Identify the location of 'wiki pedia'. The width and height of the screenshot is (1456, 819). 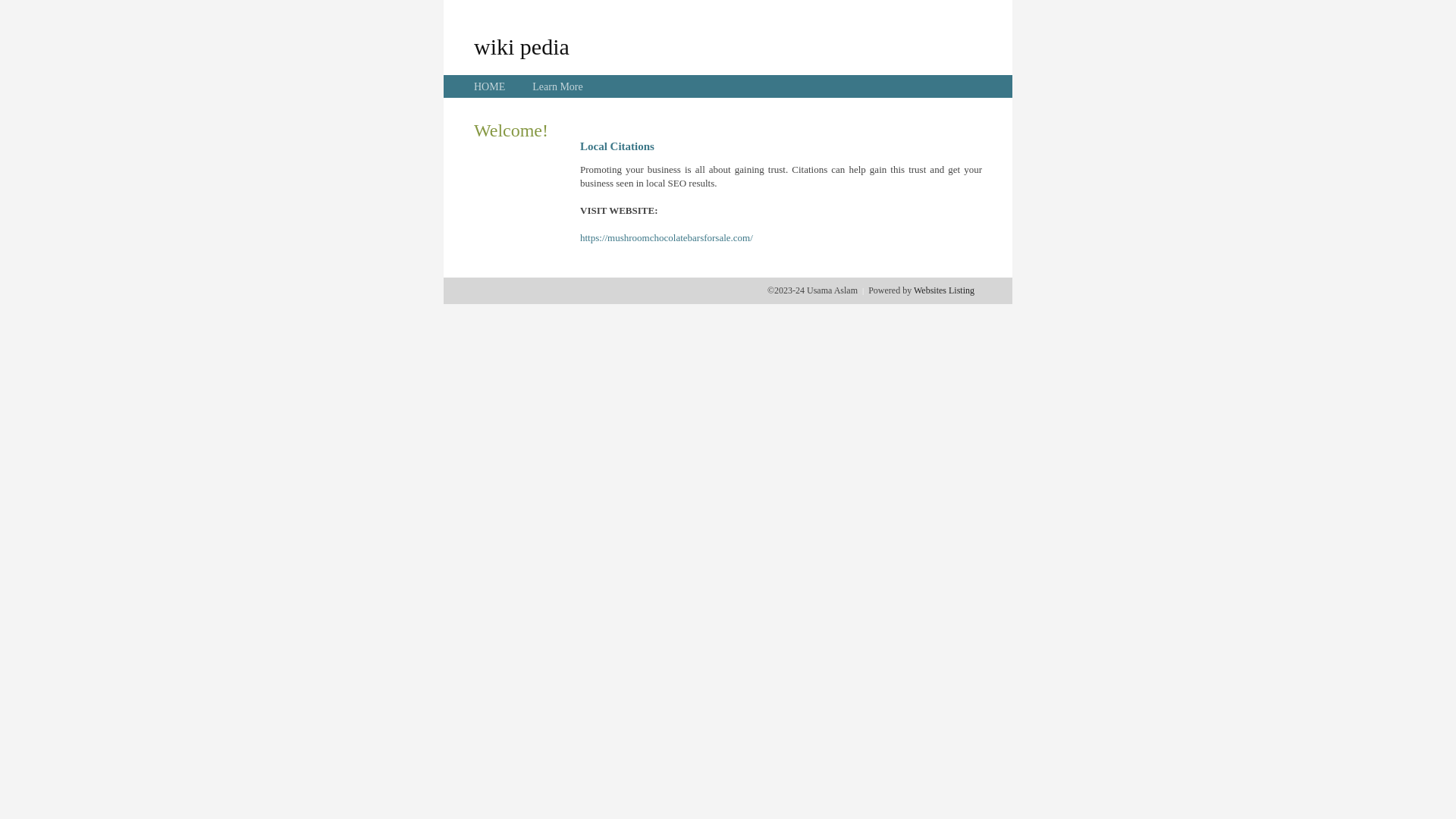
(521, 45).